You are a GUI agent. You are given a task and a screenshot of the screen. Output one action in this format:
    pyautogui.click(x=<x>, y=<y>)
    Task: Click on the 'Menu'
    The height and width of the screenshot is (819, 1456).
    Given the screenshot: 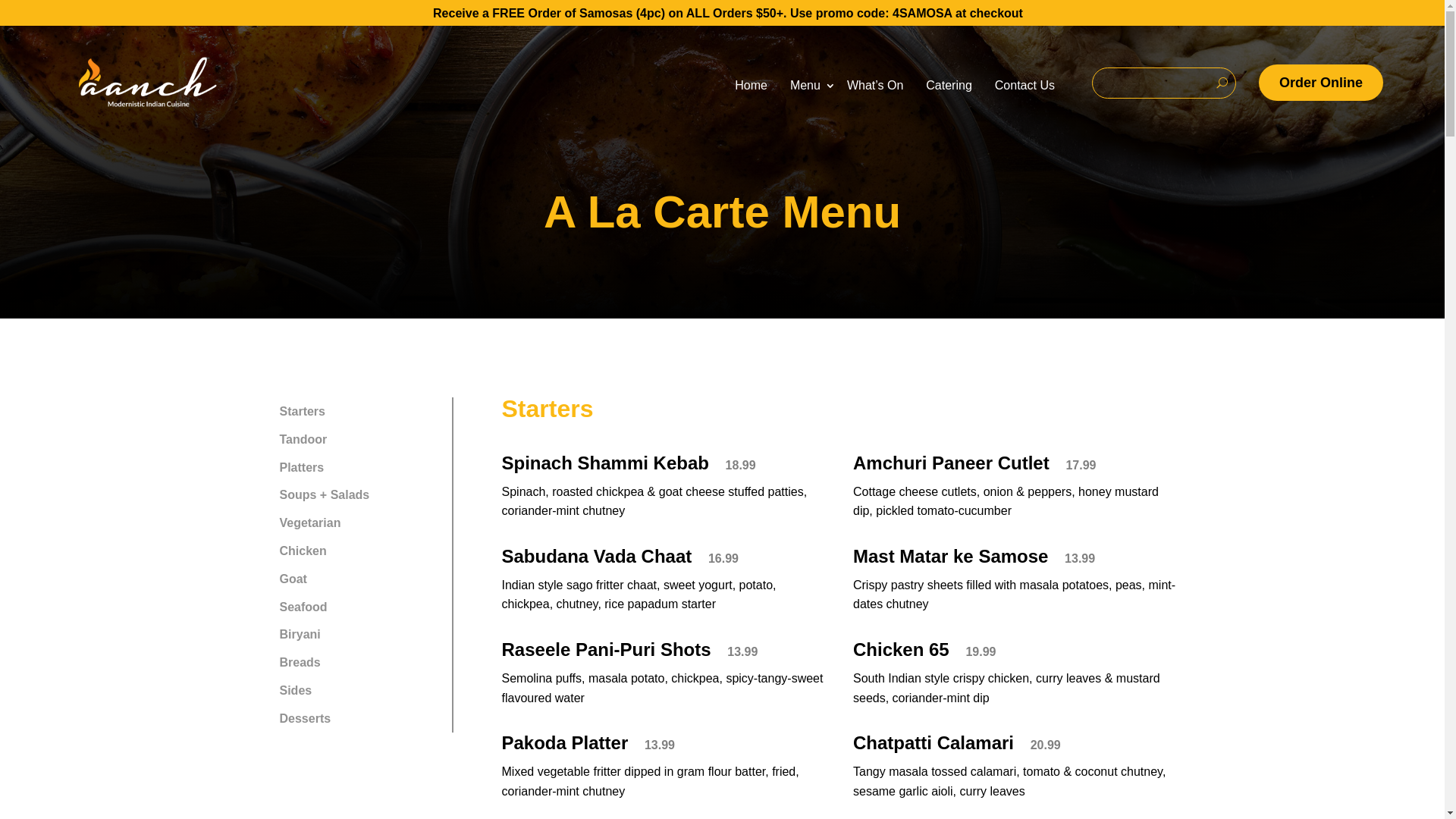 What is the action you would take?
    pyautogui.click(x=806, y=85)
    